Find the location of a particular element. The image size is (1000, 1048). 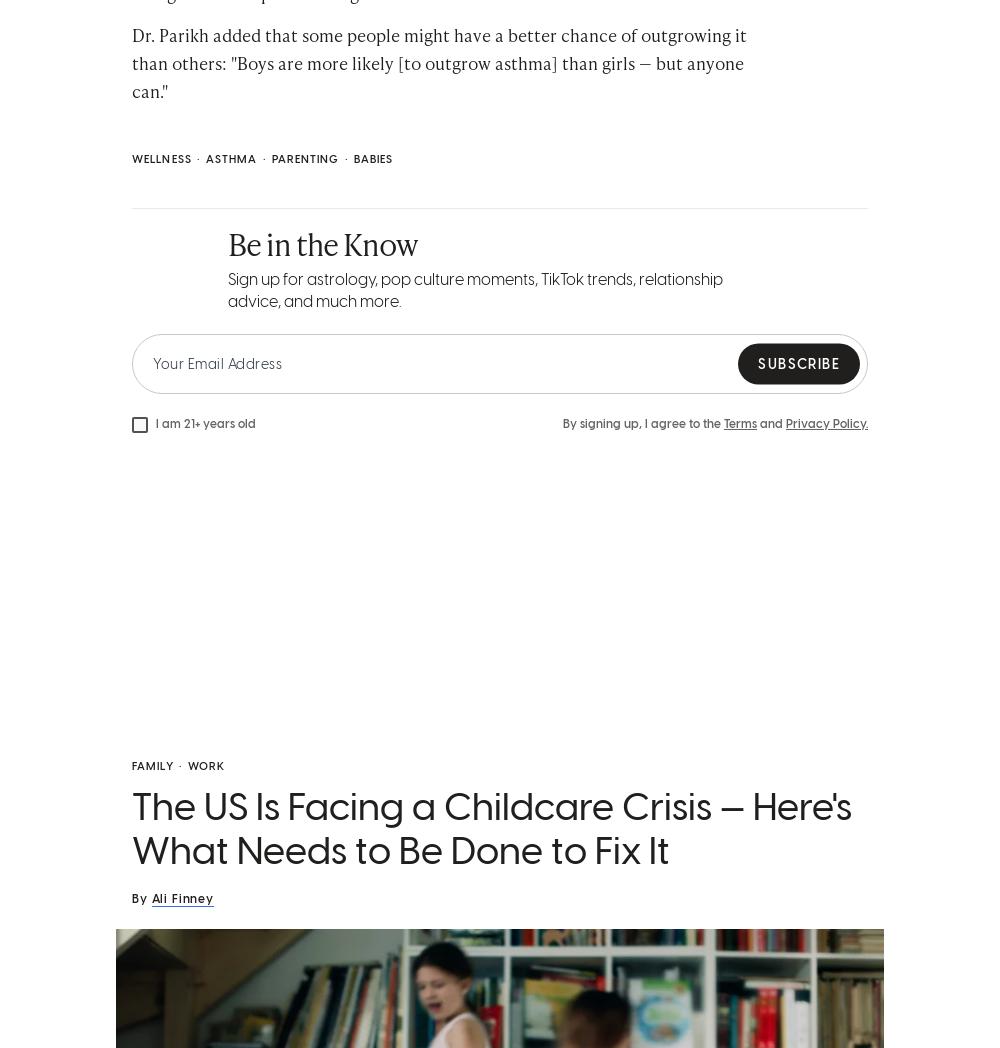

'The US Is Facing a Childcare Crisis — Here's What Needs to Be Done to Fix It' is located at coordinates (491, 827).